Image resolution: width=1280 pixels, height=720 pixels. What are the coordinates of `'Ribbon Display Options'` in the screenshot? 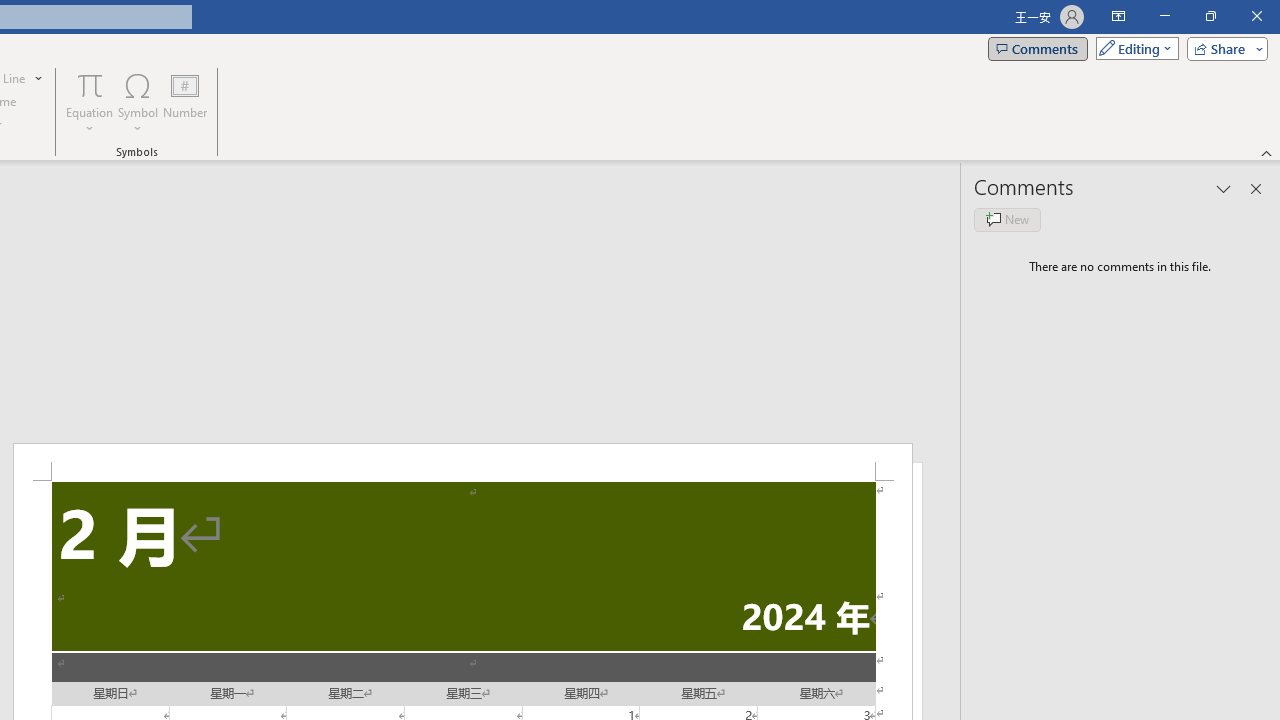 It's located at (1117, 16).